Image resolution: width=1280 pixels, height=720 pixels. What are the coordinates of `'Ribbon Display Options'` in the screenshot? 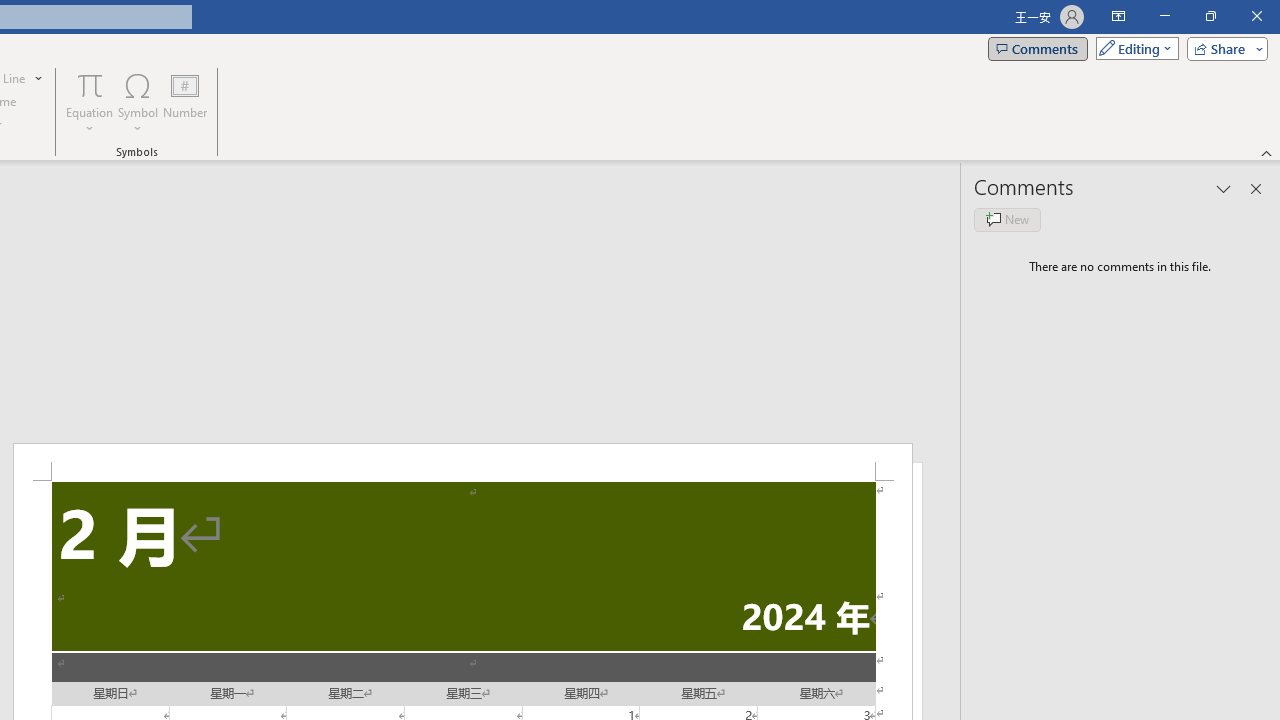 It's located at (1117, 16).